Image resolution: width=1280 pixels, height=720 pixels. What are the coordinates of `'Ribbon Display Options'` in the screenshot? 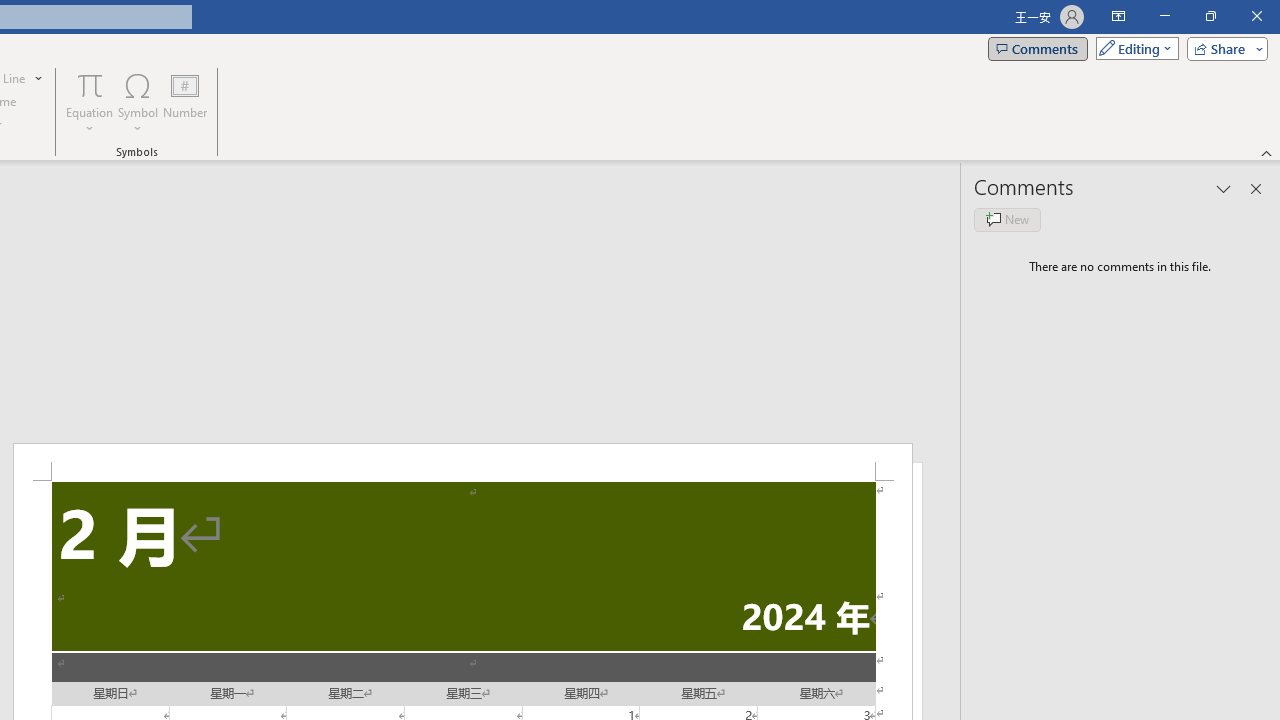 It's located at (1117, 16).